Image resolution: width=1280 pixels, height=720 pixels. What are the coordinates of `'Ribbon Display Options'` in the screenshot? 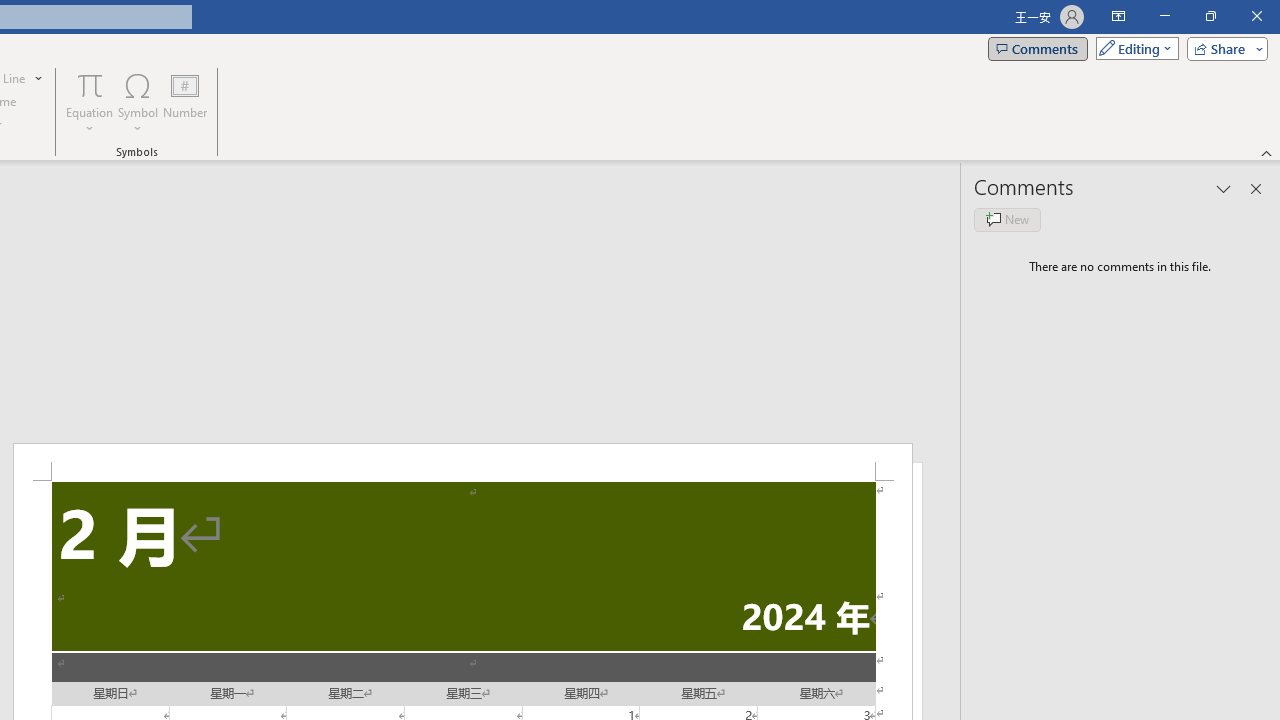 It's located at (1117, 16).